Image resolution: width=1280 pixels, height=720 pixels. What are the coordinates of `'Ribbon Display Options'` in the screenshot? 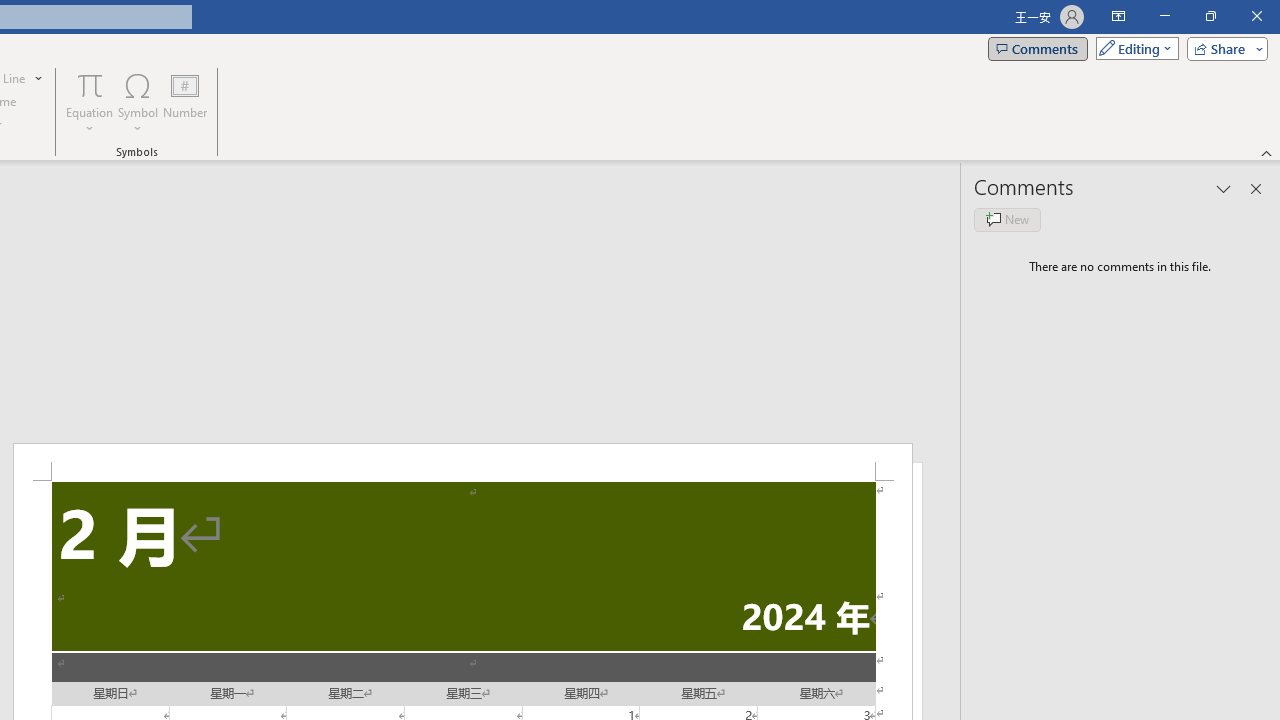 It's located at (1117, 16).